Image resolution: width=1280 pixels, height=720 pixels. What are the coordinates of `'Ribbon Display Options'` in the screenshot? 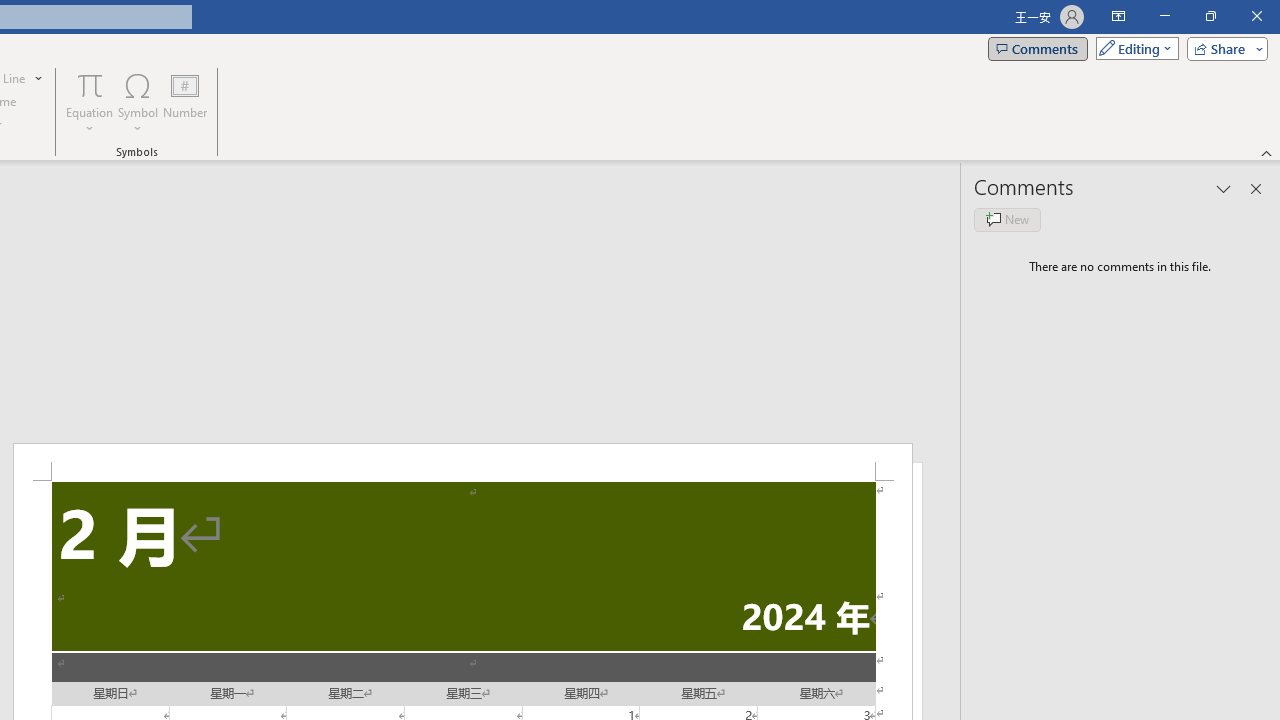 It's located at (1117, 16).